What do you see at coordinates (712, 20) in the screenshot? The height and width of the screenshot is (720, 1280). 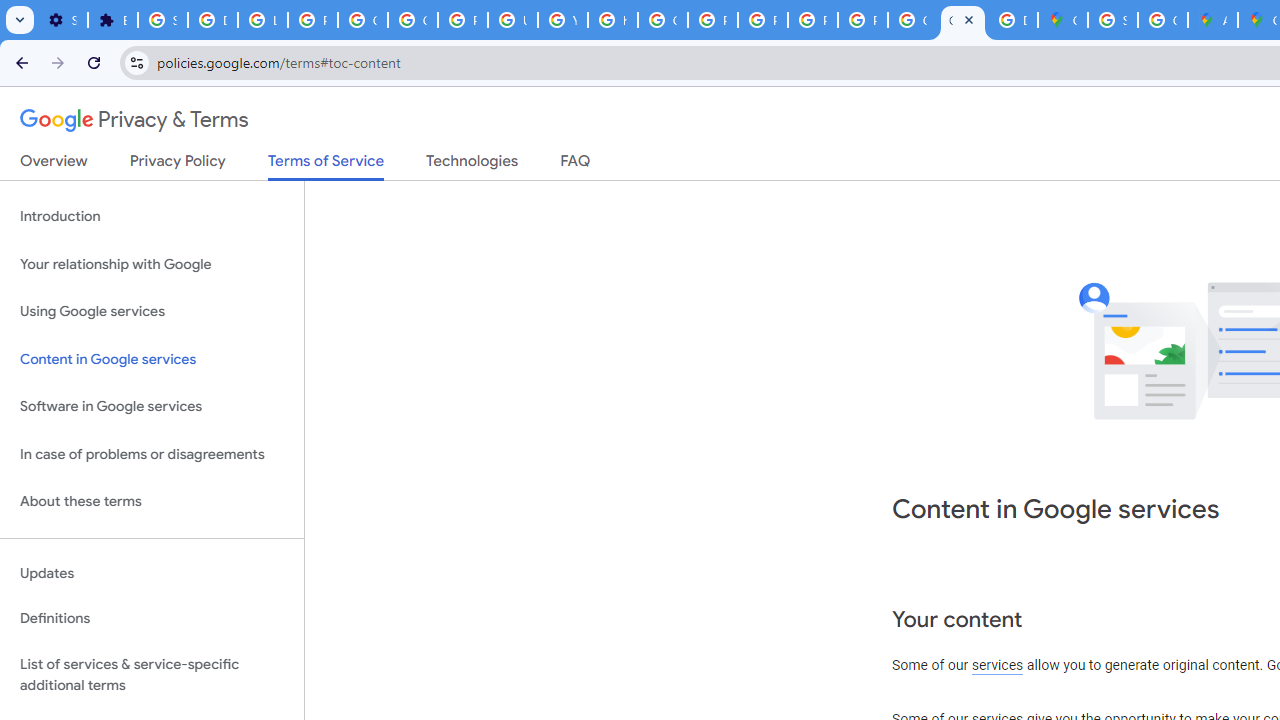 I see `'Privacy Help Center - Policies Help'` at bounding box center [712, 20].